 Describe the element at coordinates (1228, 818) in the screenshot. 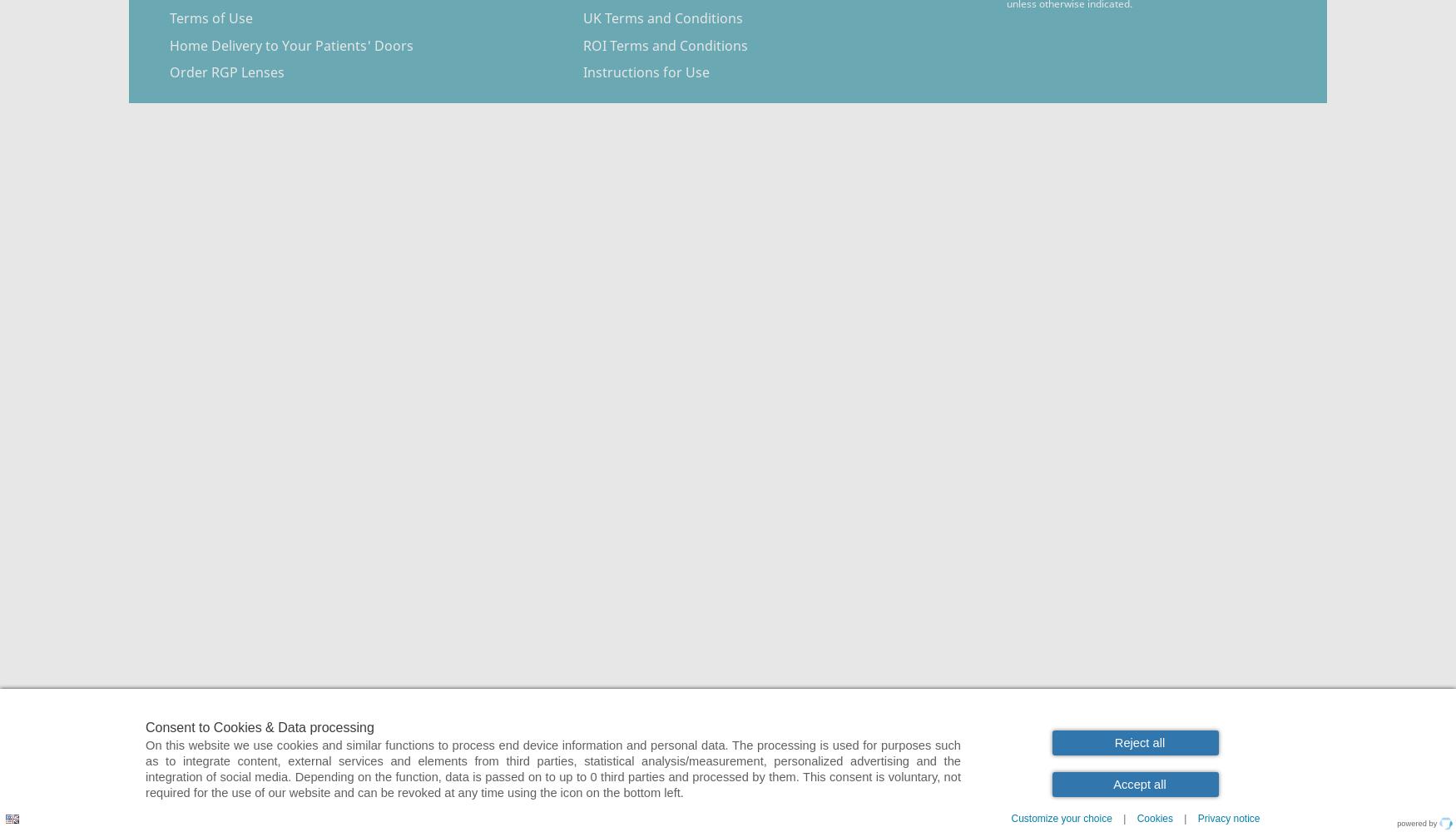

I see `'Privacy notice'` at that location.